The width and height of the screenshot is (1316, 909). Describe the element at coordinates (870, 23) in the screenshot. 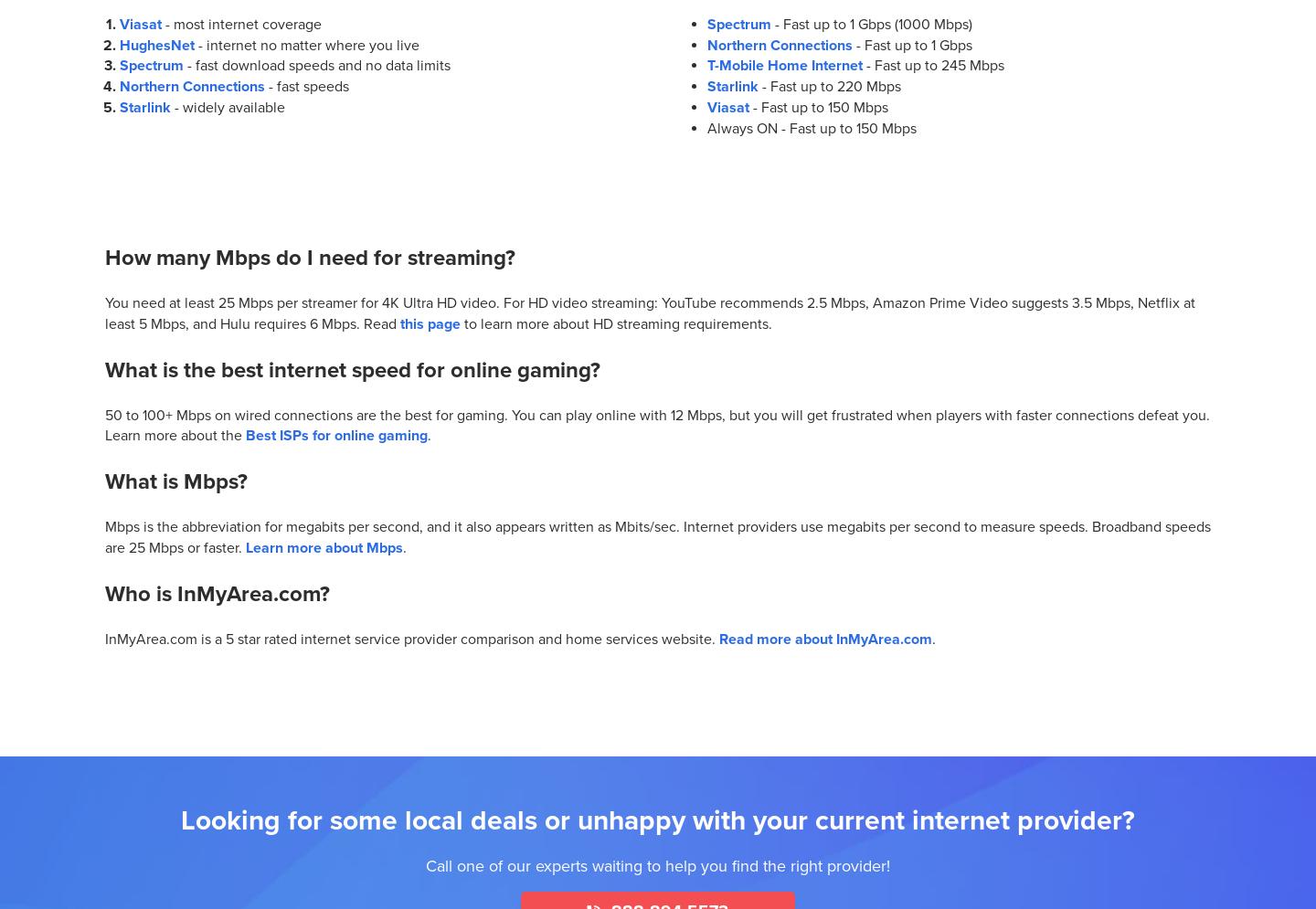

I see `'- Fast up to 1 Gbps (1000 Mbps)'` at that location.